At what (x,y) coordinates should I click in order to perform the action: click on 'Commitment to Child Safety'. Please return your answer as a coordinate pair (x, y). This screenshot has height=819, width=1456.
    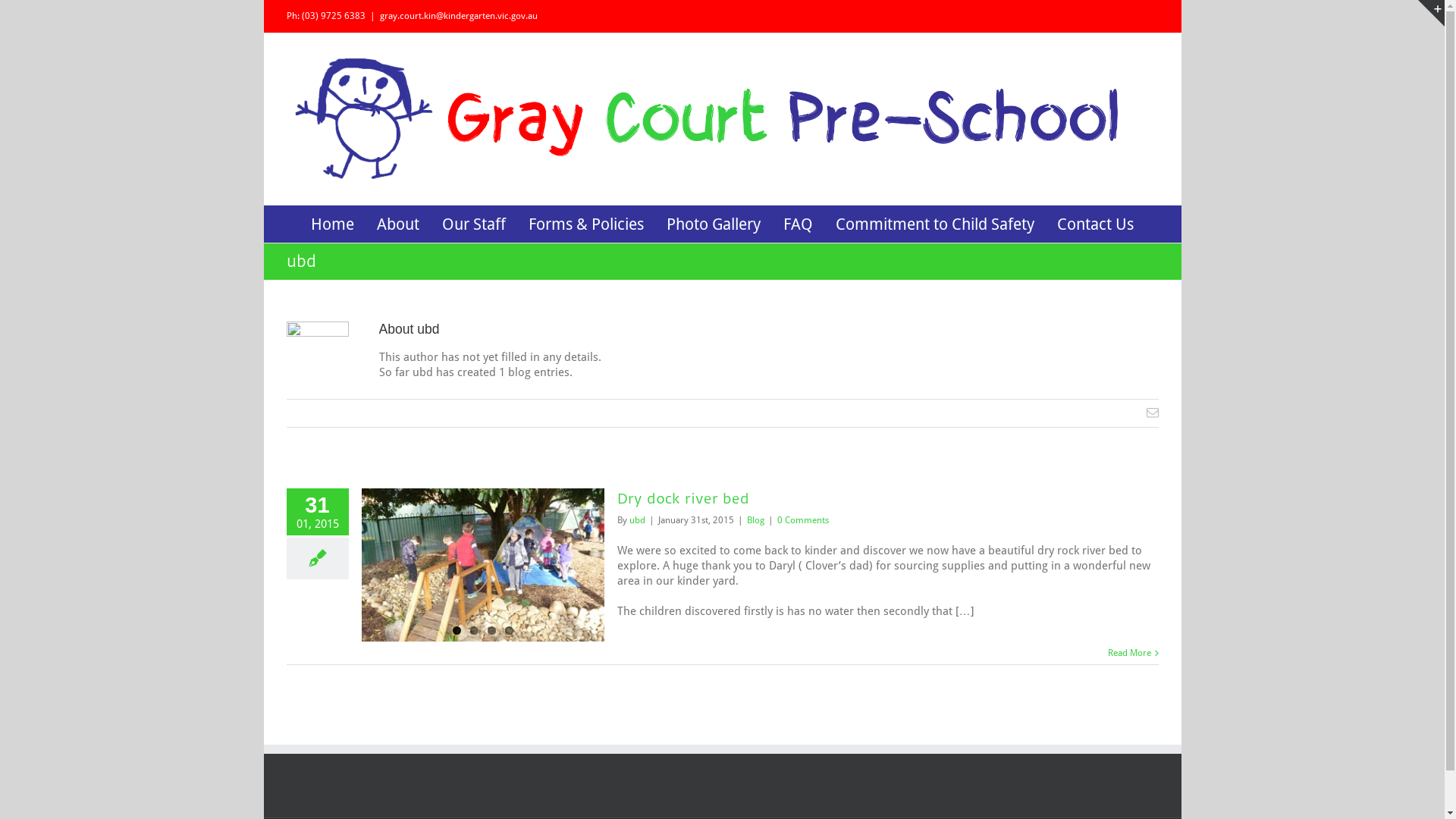
    Looking at the image, I should click on (934, 223).